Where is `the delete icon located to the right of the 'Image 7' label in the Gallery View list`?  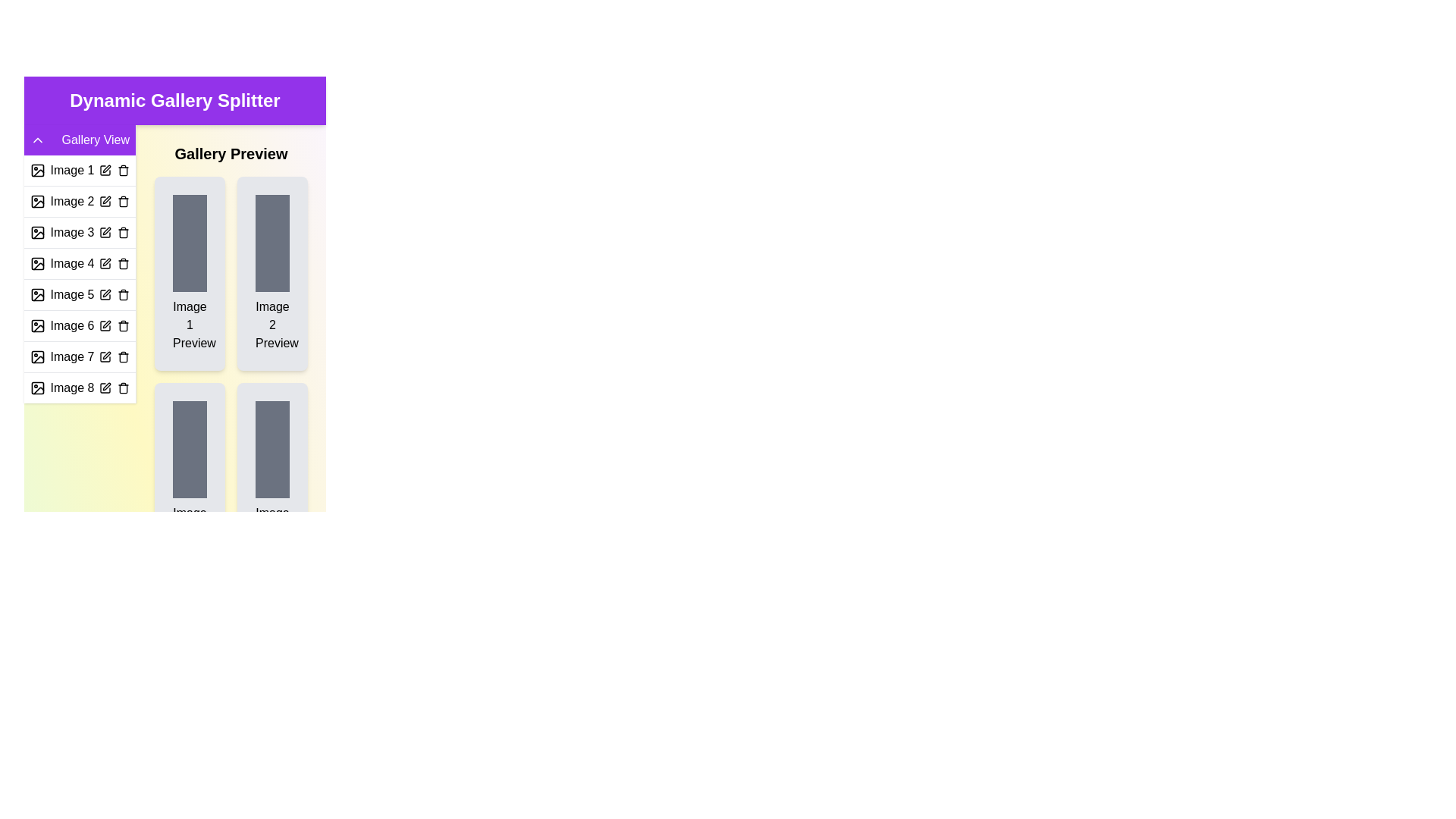
the delete icon located to the right of the 'Image 7' label in the Gallery View list is located at coordinates (124, 356).